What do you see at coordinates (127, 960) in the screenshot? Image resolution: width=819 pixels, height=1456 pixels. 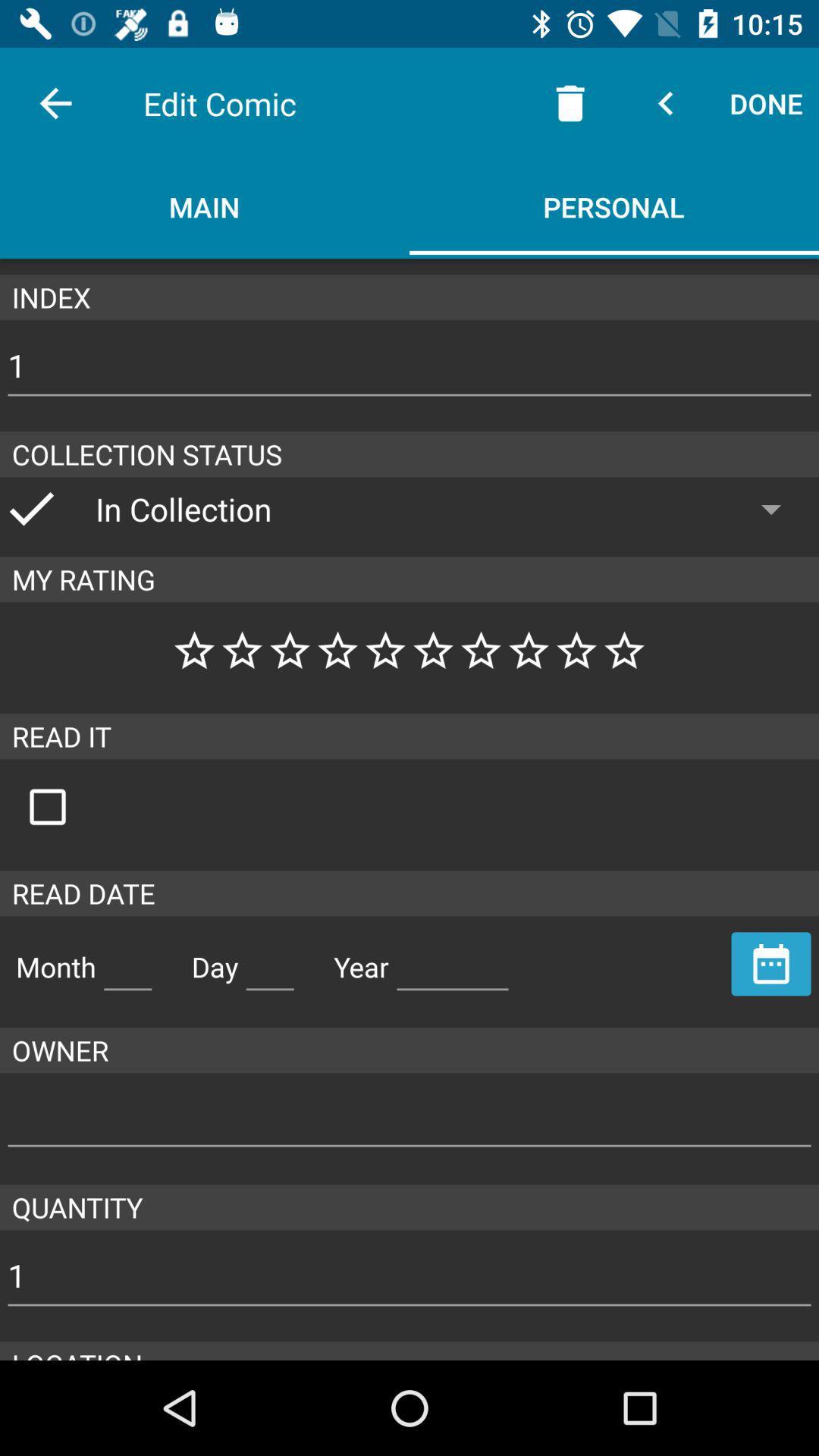 I see `month space` at bounding box center [127, 960].